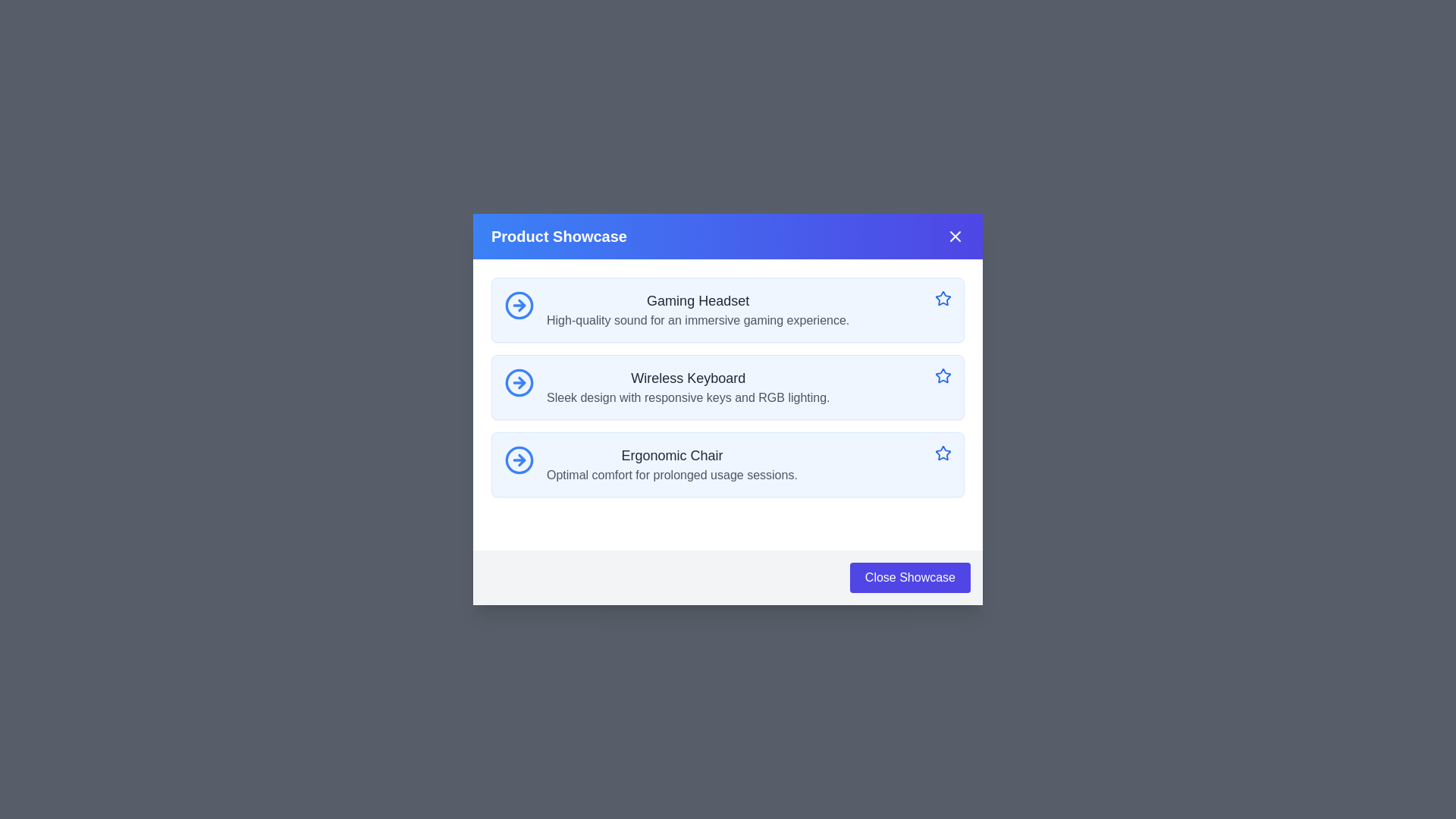 This screenshot has width=1456, height=819. I want to click on the circle-arrow-right icon indicating the next action, located inside the second item of the product showcase next to 'Wireless Keyboard', so click(522, 382).